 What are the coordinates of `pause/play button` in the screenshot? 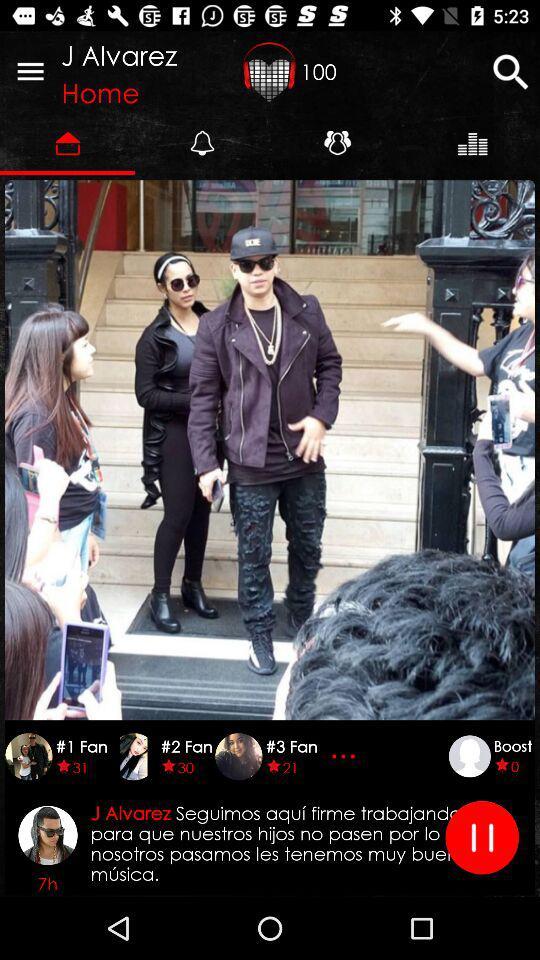 It's located at (481, 837).